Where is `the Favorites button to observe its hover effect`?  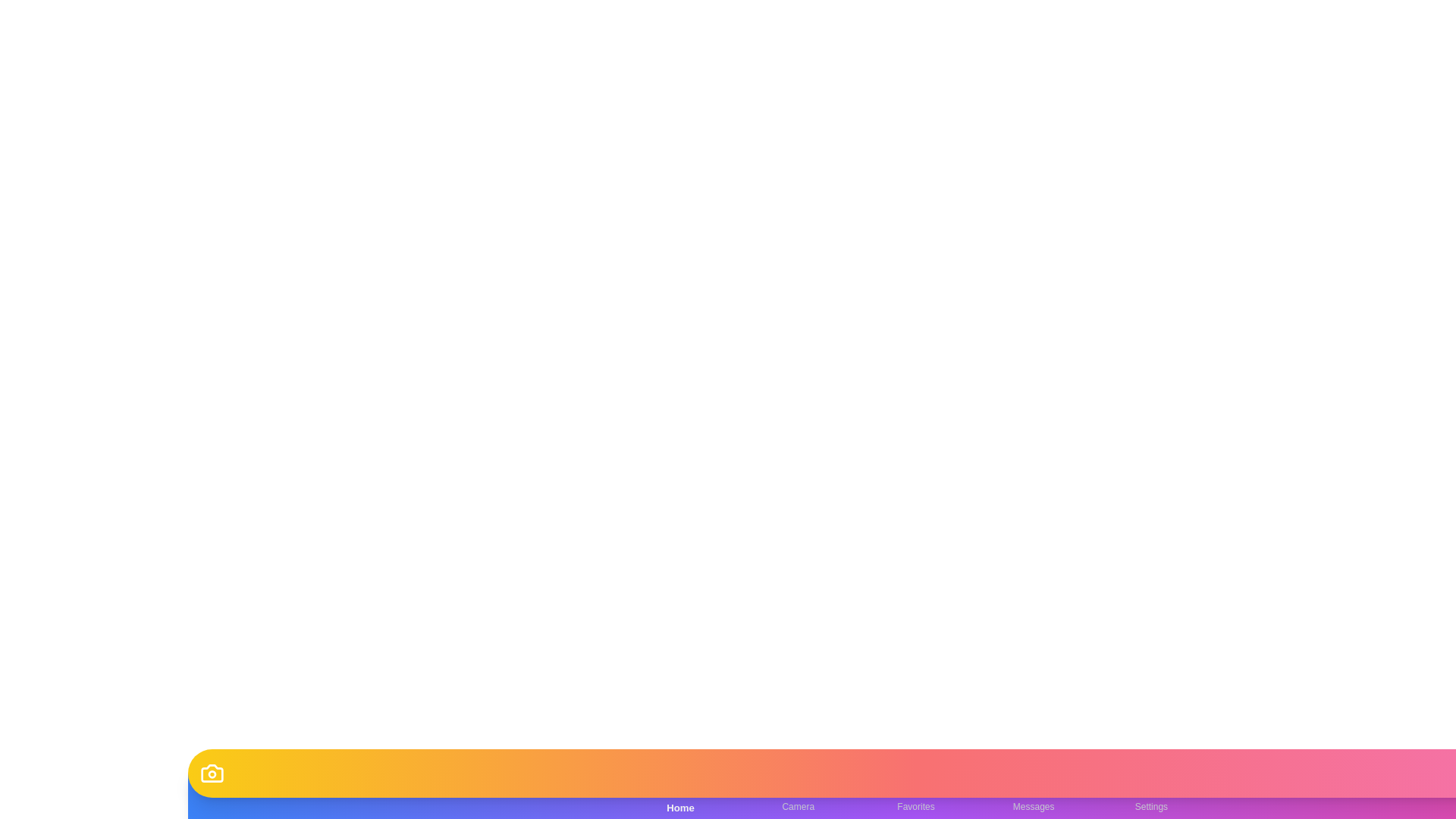
the Favorites button to observe its hover effect is located at coordinates (915, 795).